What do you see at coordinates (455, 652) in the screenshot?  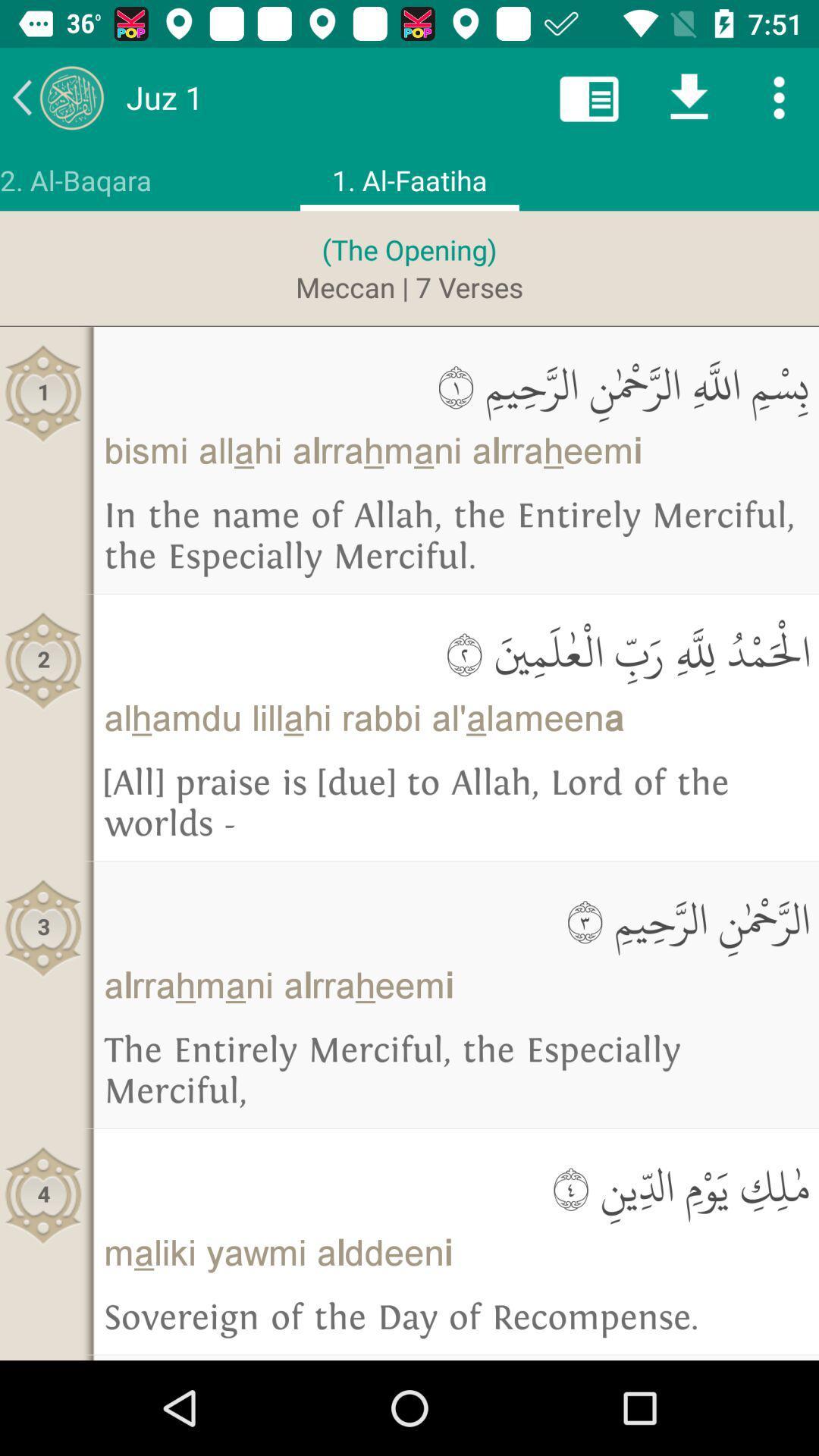 I see `the icon above the alhamdu lillahi rabbi` at bounding box center [455, 652].